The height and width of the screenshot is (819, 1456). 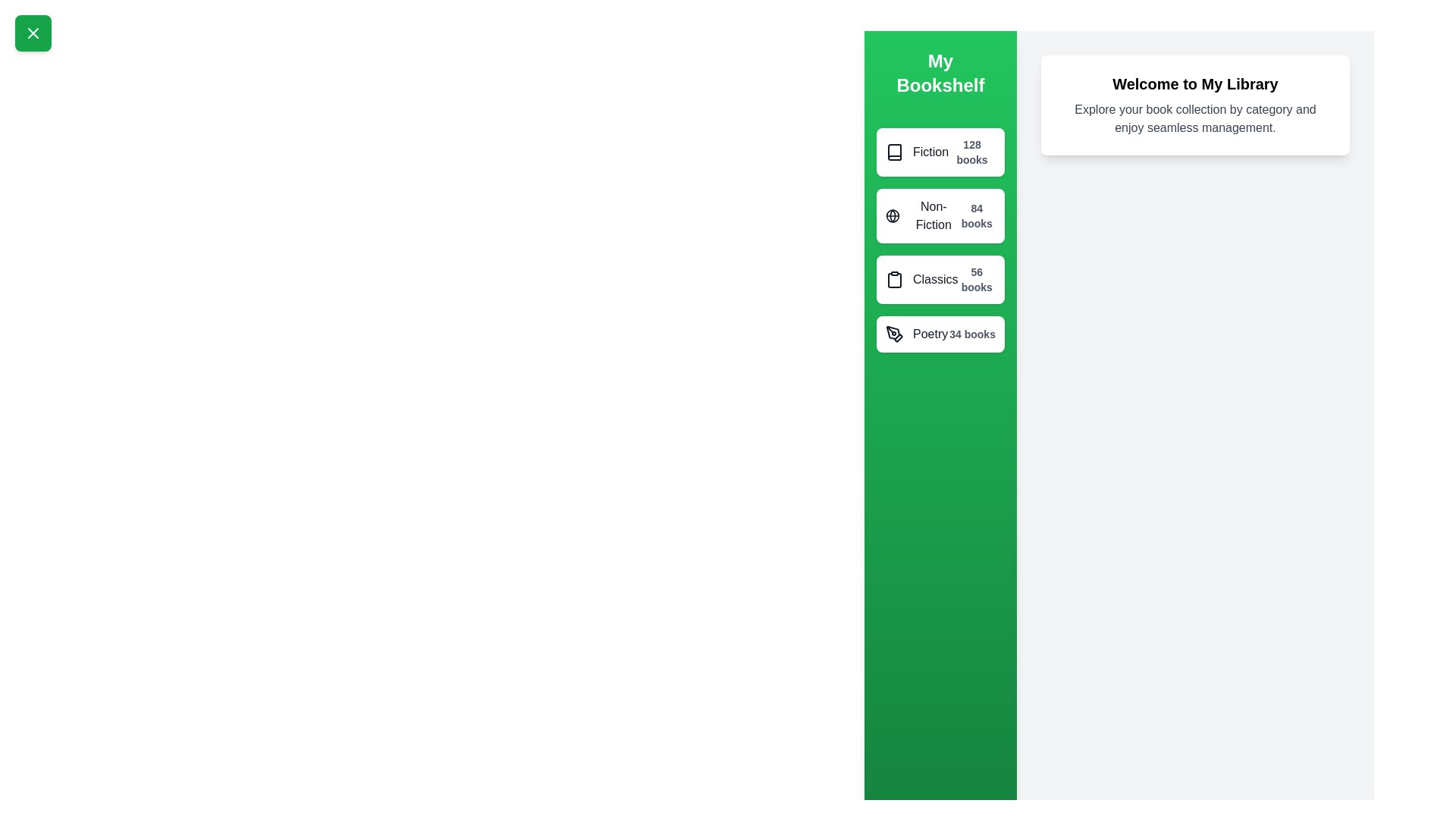 I want to click on the card corresponding to the Fiction category, so click(x=939, y=152).